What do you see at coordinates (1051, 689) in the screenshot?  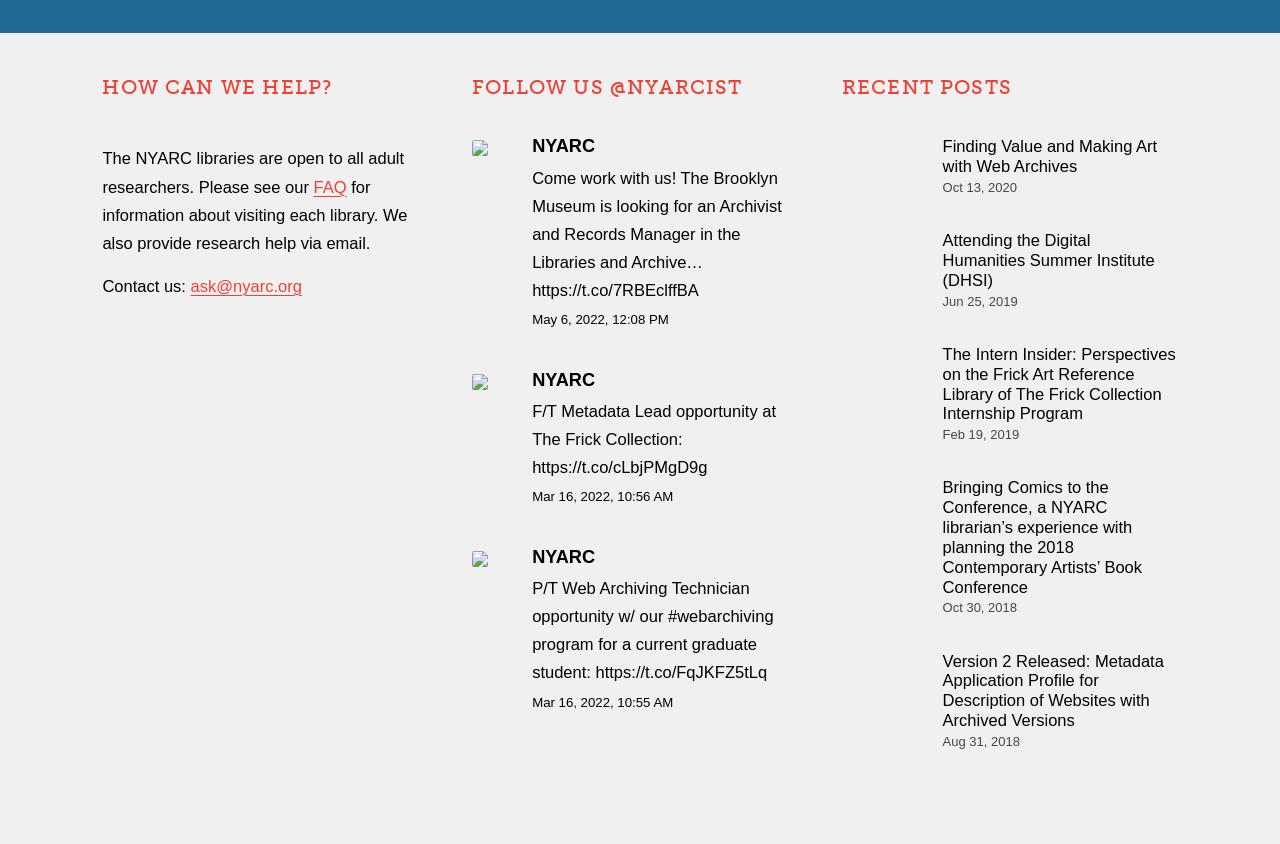 I see `'Version 2 Released: Metadata Application Profile for Description of Websites with Archived Versions'` at bounding box center [1051, 689].